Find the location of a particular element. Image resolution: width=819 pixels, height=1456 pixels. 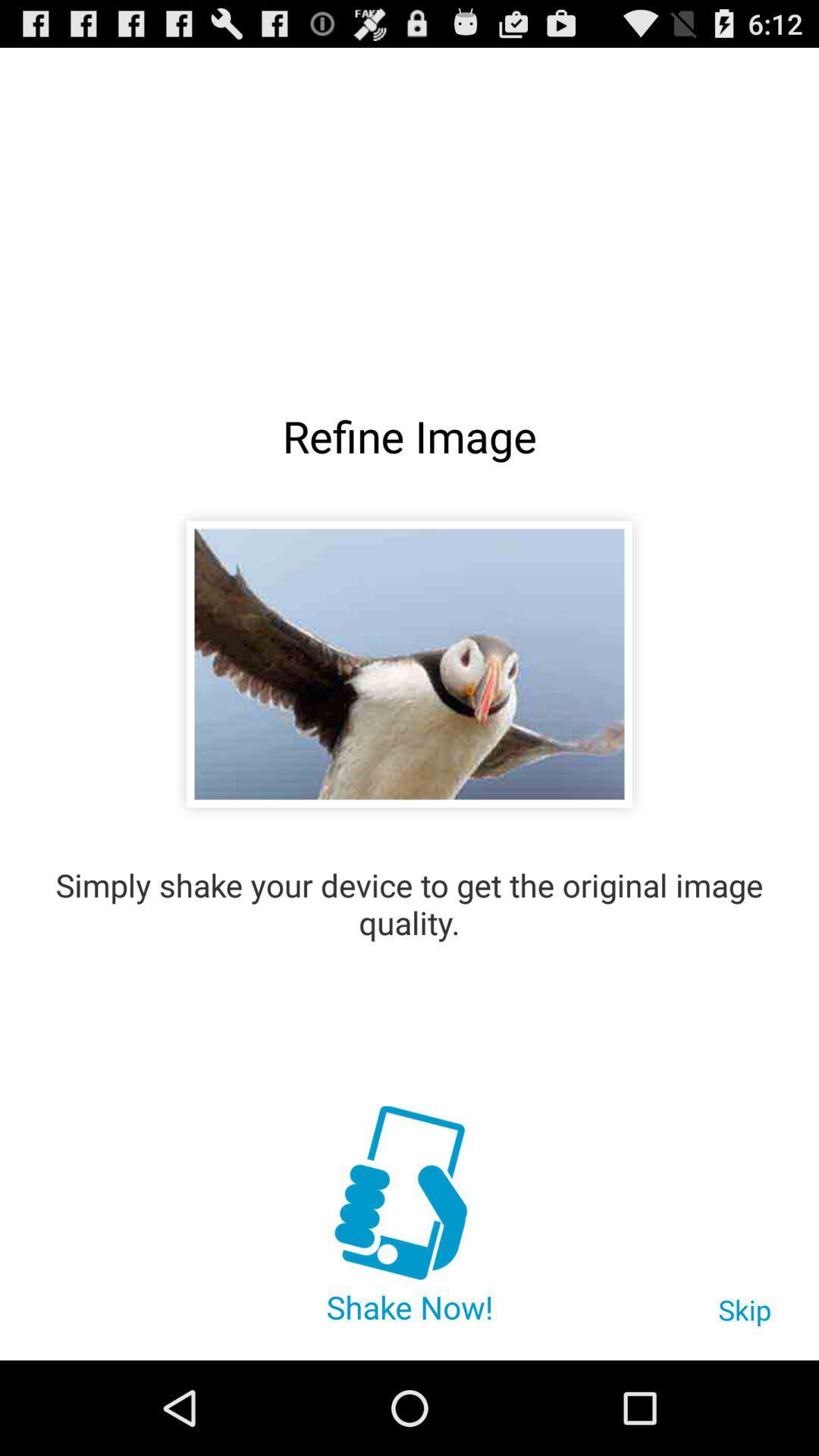

skip item is located at coordinates (744, 1316).